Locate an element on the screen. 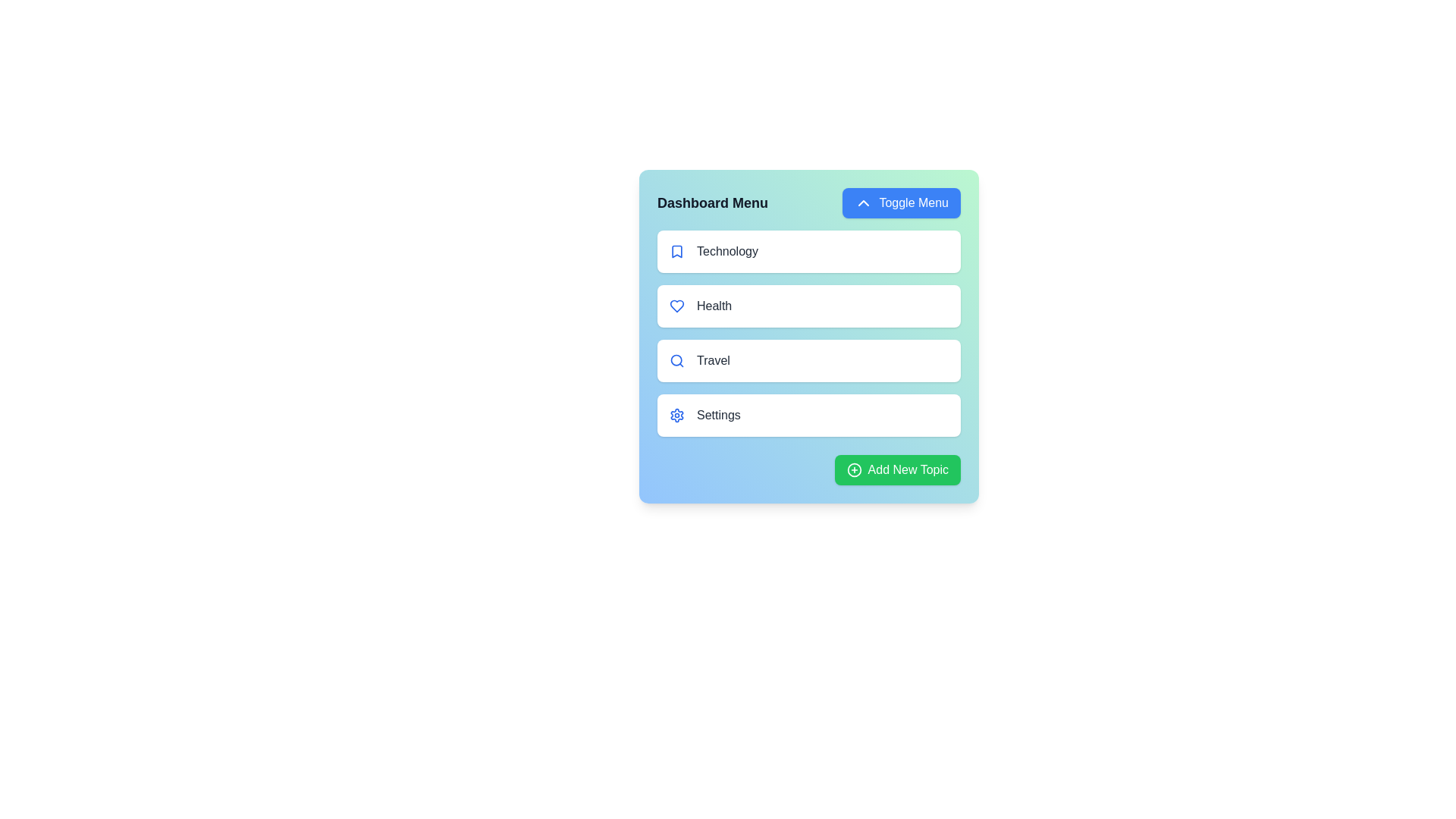  the icon associated with the topic Health in the list is located at coordinates (676, 306).